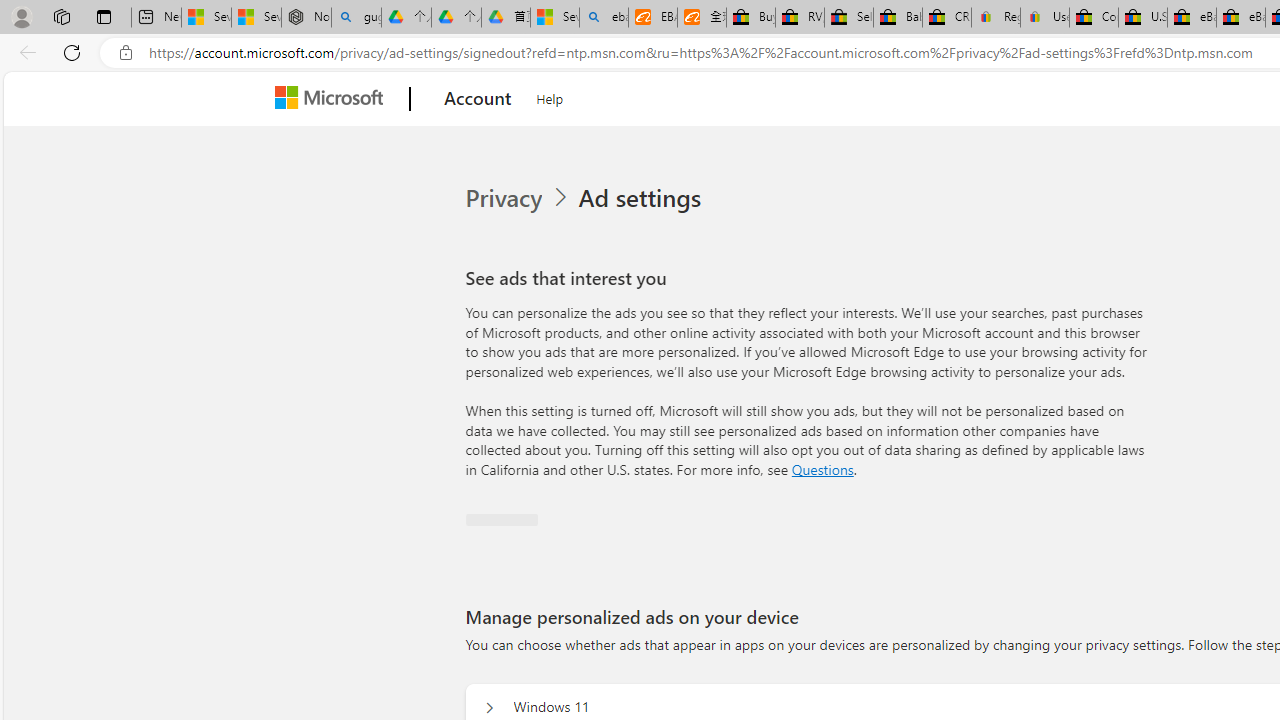 This screenshot has width=1280, height=720. I want to click on 'guge yunpan - Search', so click(356, 17).